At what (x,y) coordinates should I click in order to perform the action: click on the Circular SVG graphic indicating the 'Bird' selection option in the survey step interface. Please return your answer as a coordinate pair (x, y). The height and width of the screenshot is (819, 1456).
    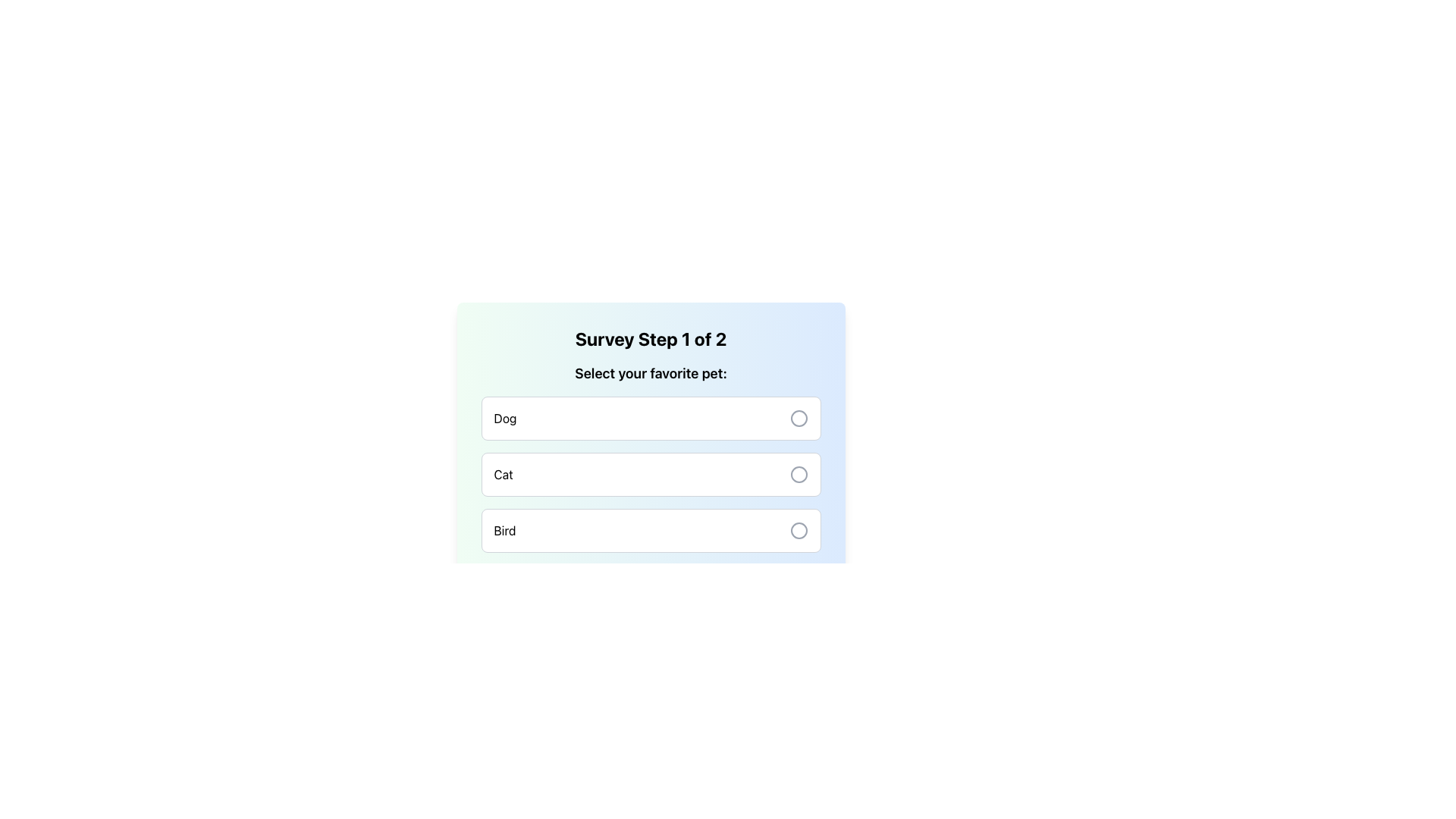
    Looking at the image, I should click on (798, 529).